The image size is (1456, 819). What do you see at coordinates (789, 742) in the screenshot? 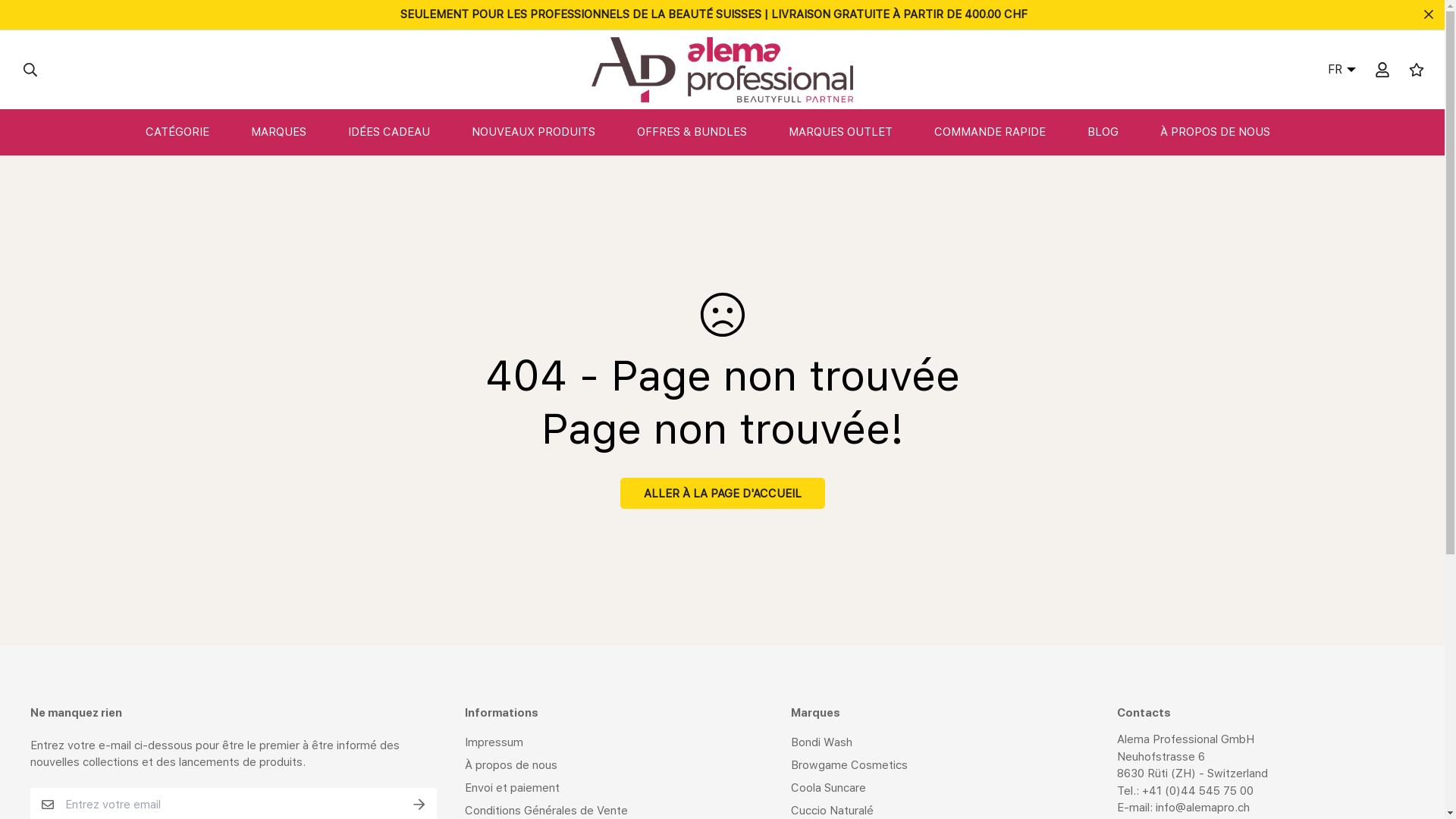
I see `'Bondi Wash'` at bounding box center [789, 742].